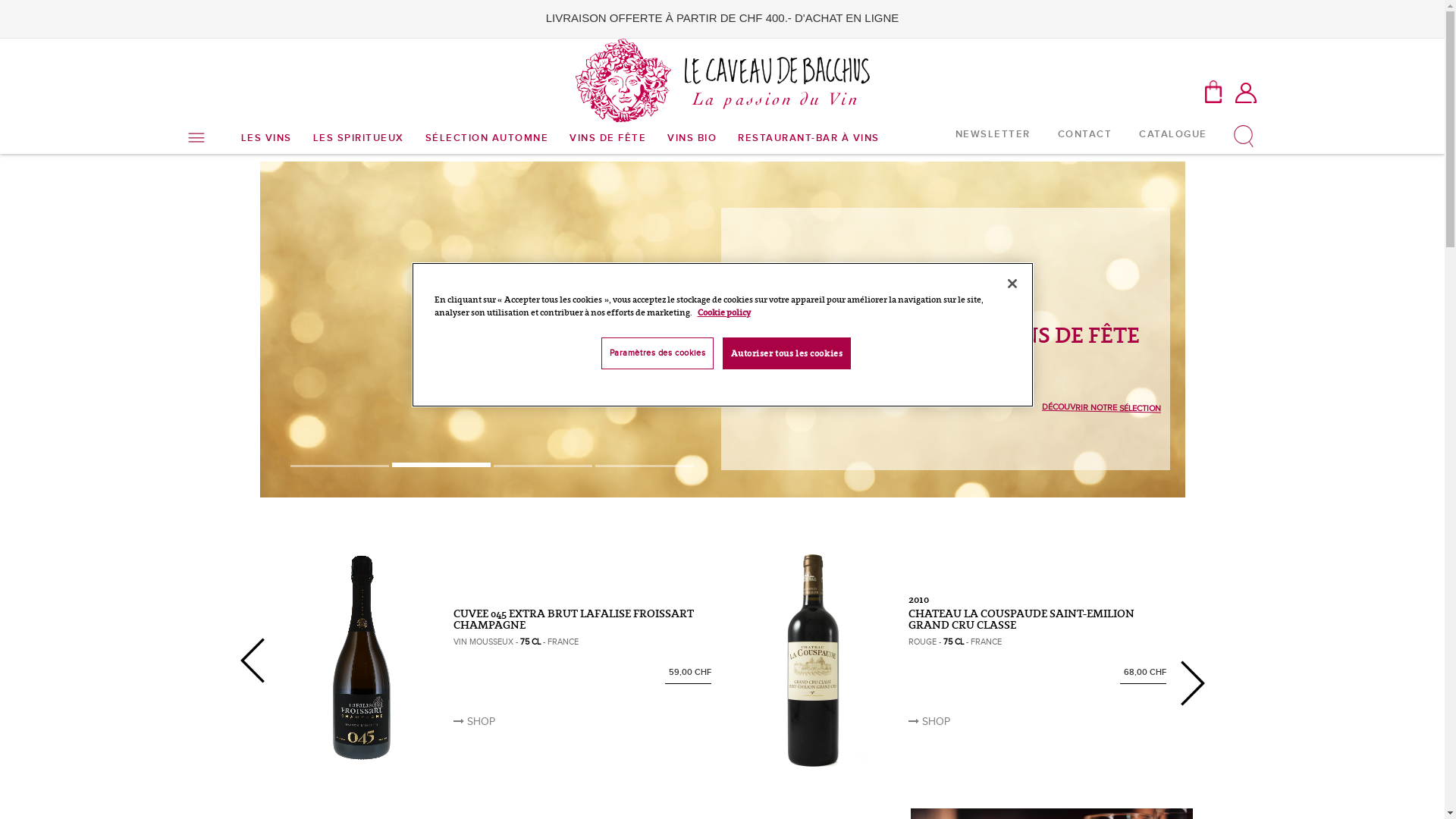 The height and width of the screenshot is (819, 1456). I want to click on 'Cookie policy', so click(697, 311).